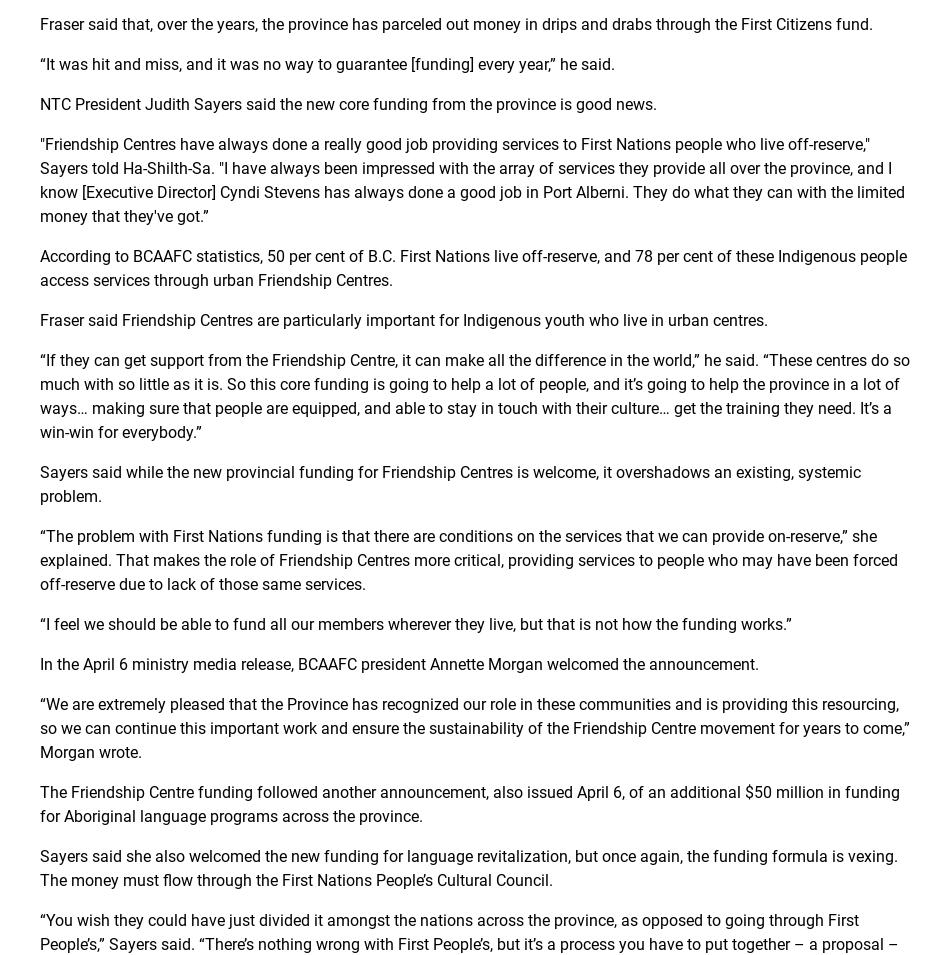 The image size is (950, 955). Describe the element at coordinates (39, 484) in the screenshot. I see `'Sayers said while the new provincial funding for Friendship Centres is welcome, it overshadows an existing, systemic problem.'` at that location.